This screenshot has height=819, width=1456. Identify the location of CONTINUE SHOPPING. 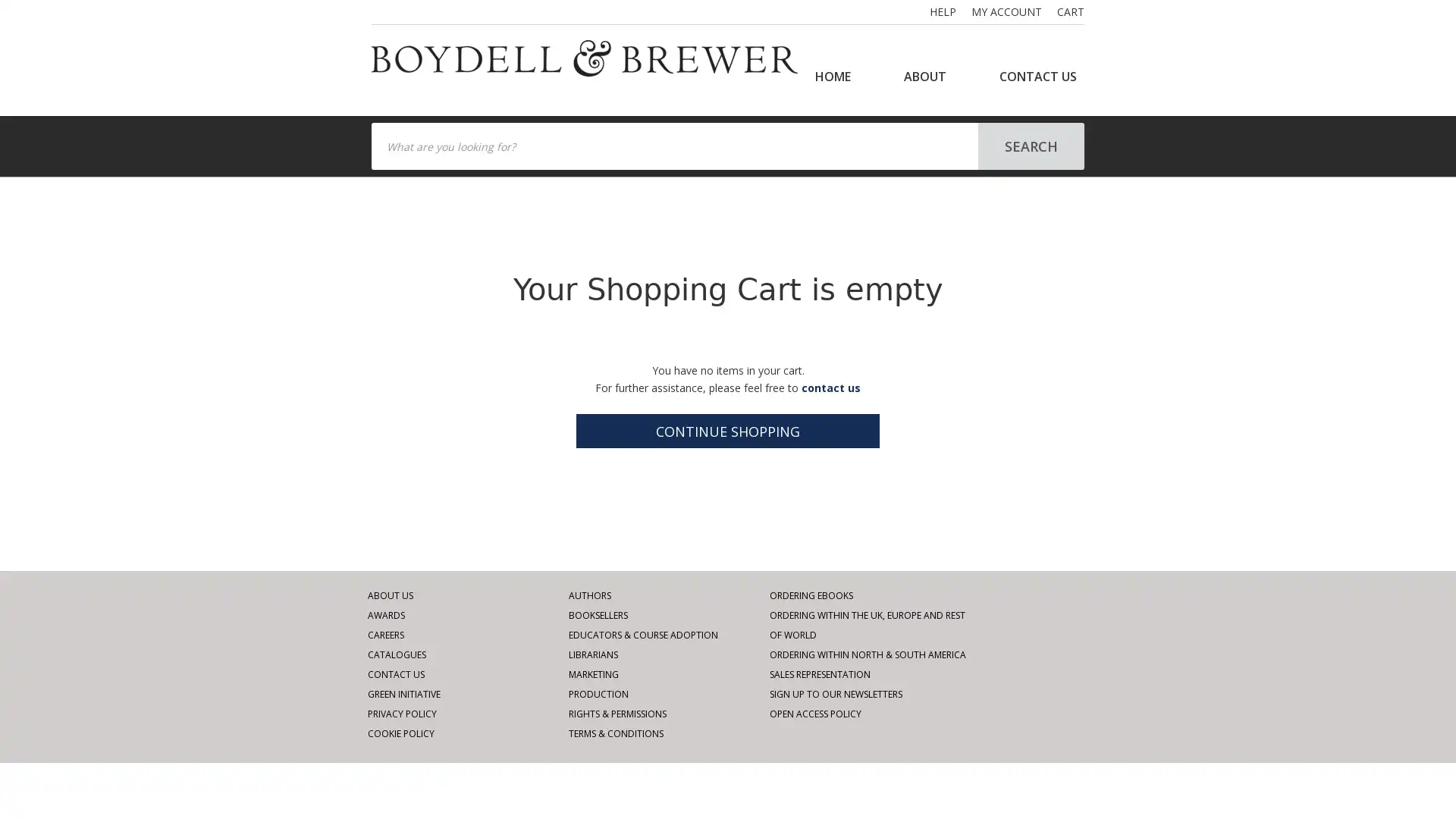
(728, 431).